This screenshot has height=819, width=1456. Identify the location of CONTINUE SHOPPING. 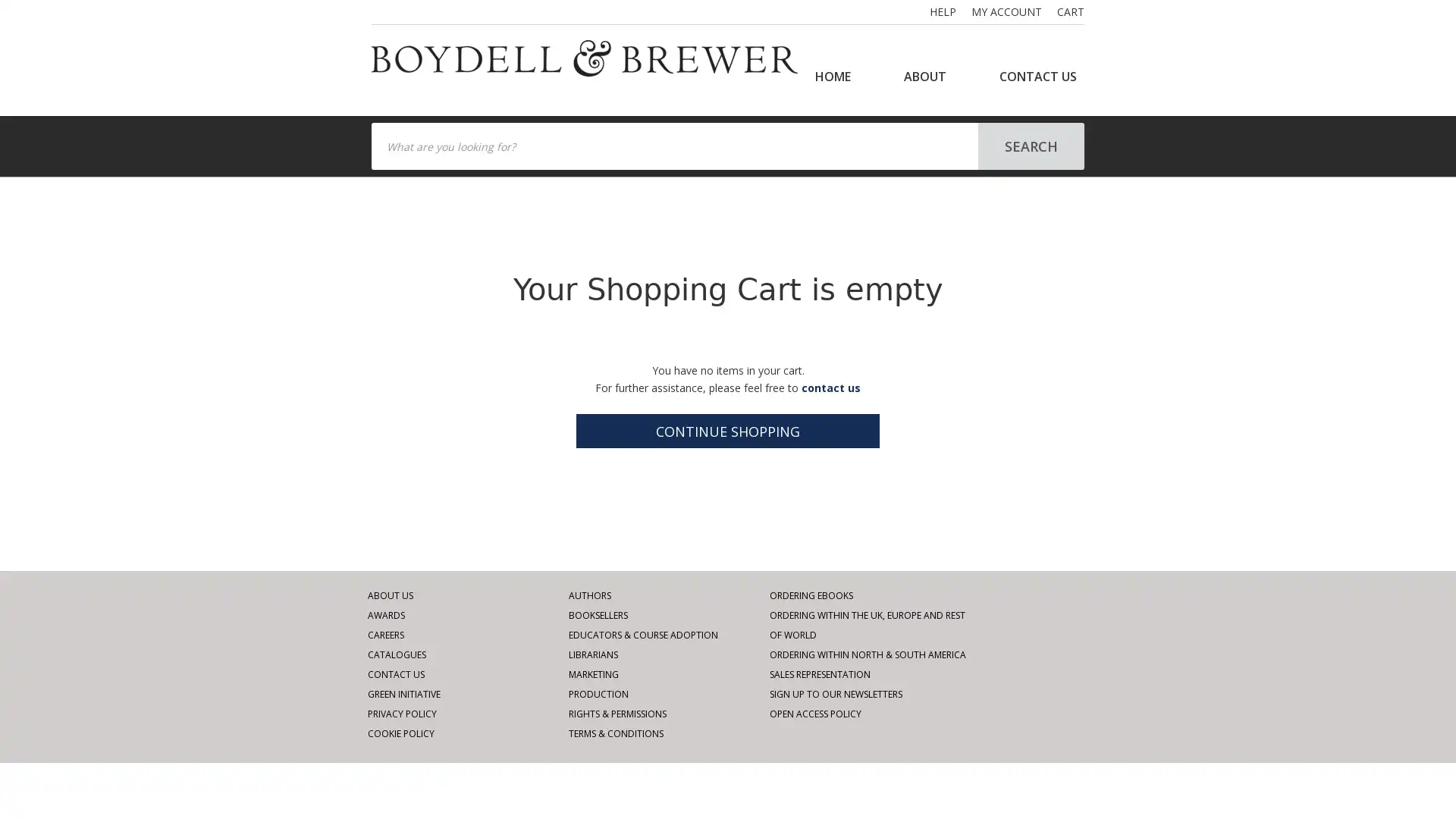
(728, 431).